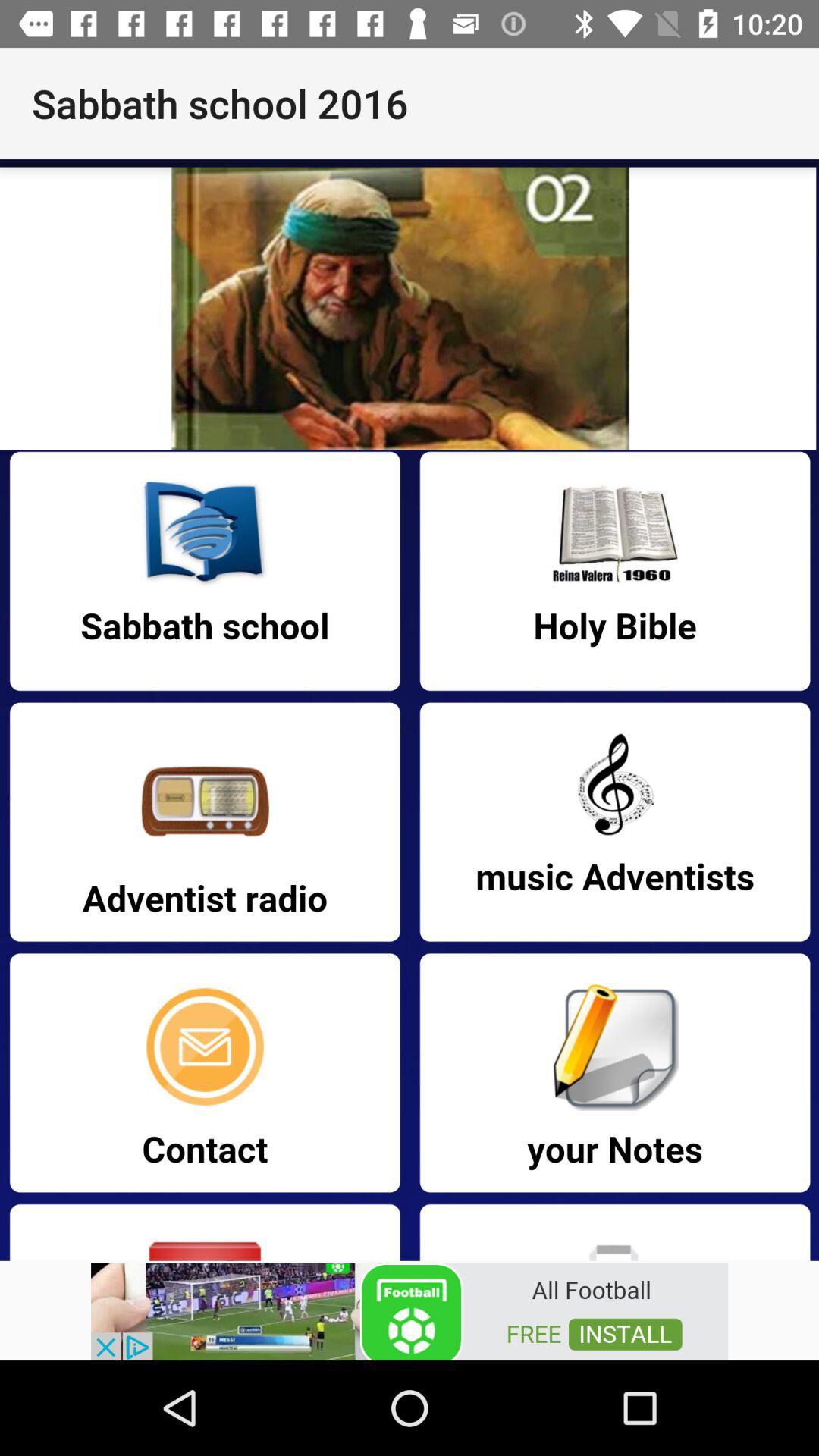 The height and width of the screenshot is (1456, 819). I want to click on open advertisement, so click(409, 1310).